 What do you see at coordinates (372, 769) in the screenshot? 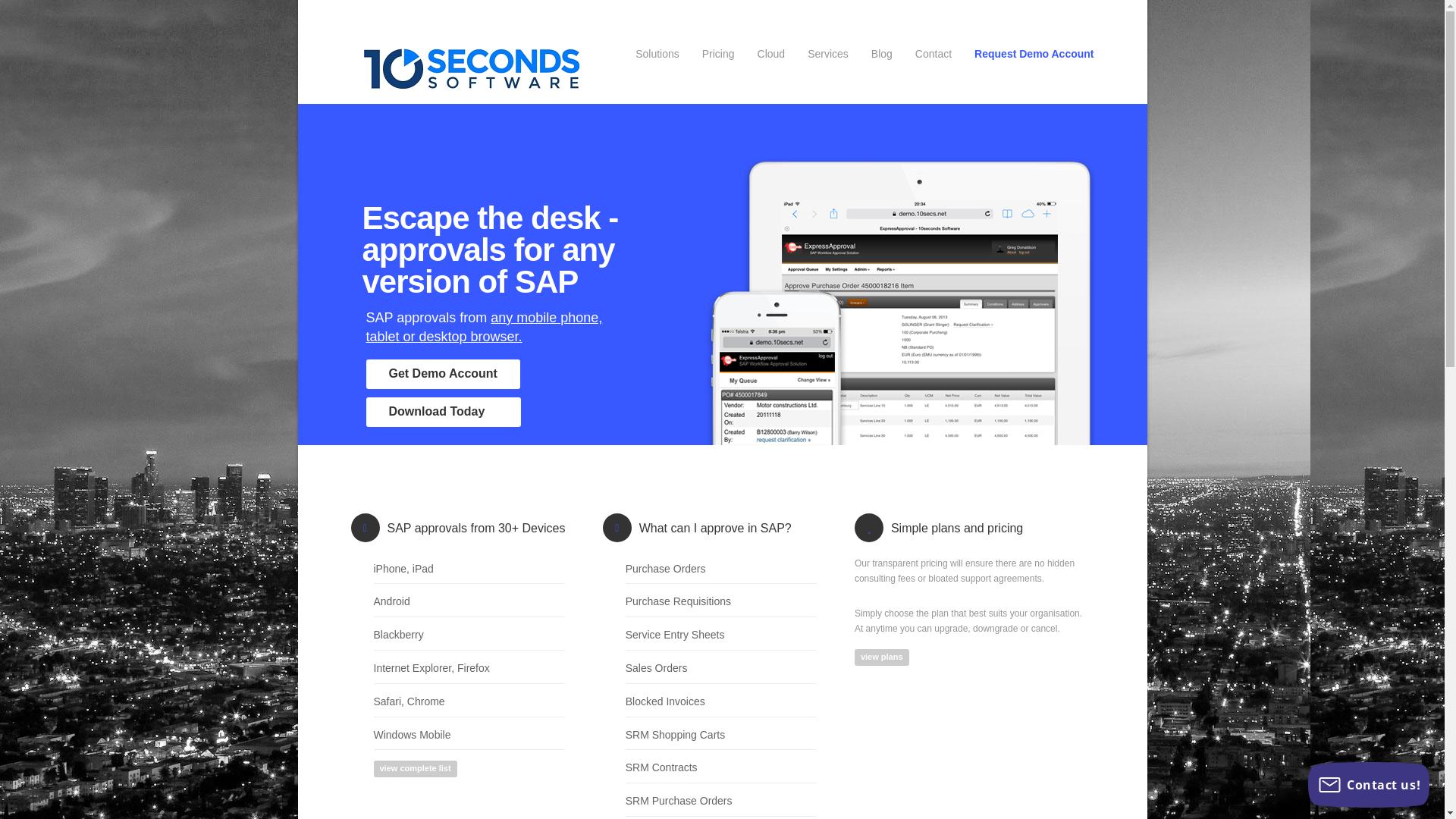
I see `'view complete list'` at bounding box center [372, 769].